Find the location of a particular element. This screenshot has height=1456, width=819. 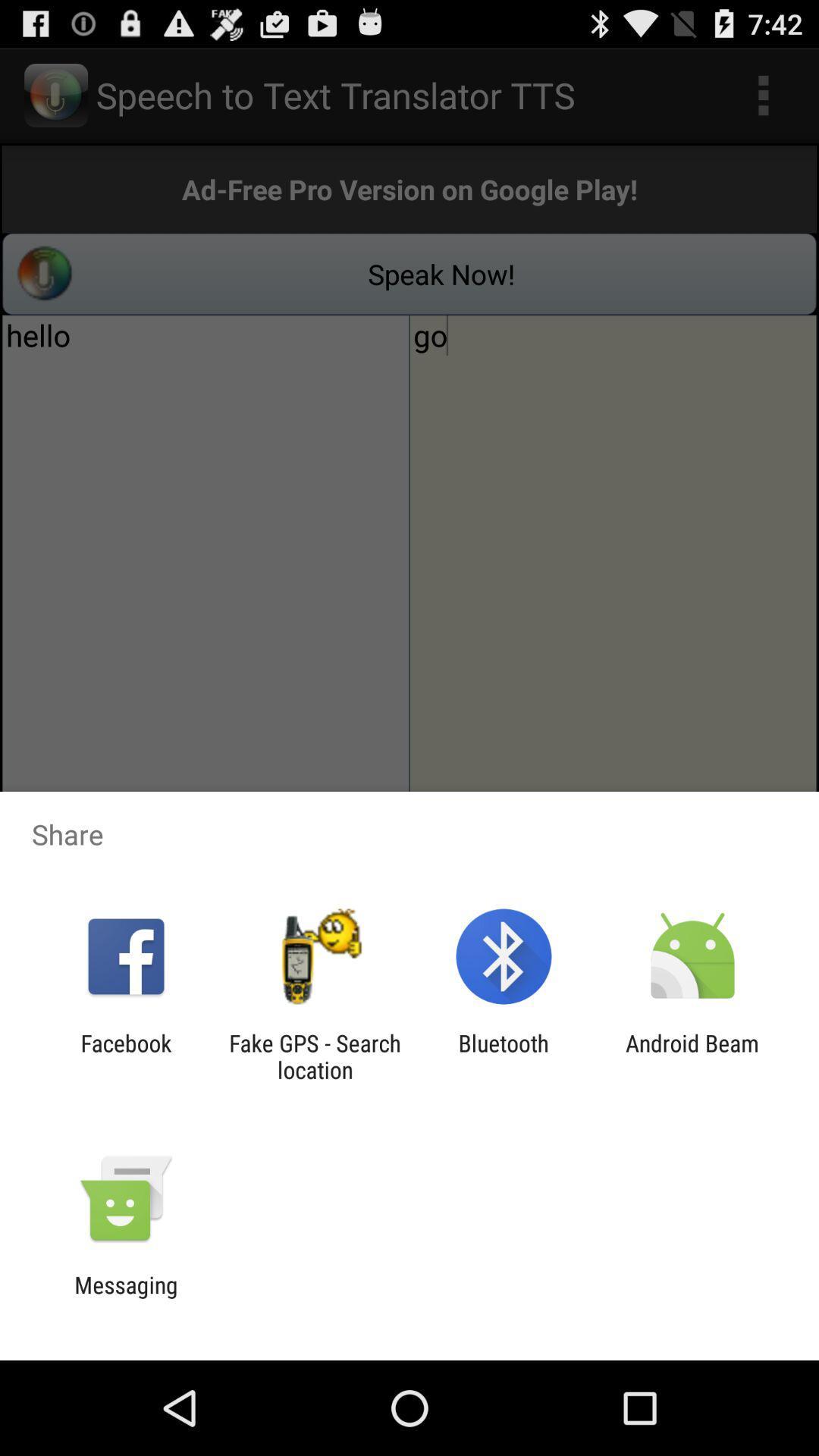

the item next to the facebook icon is located at coordinates (314, 1056).